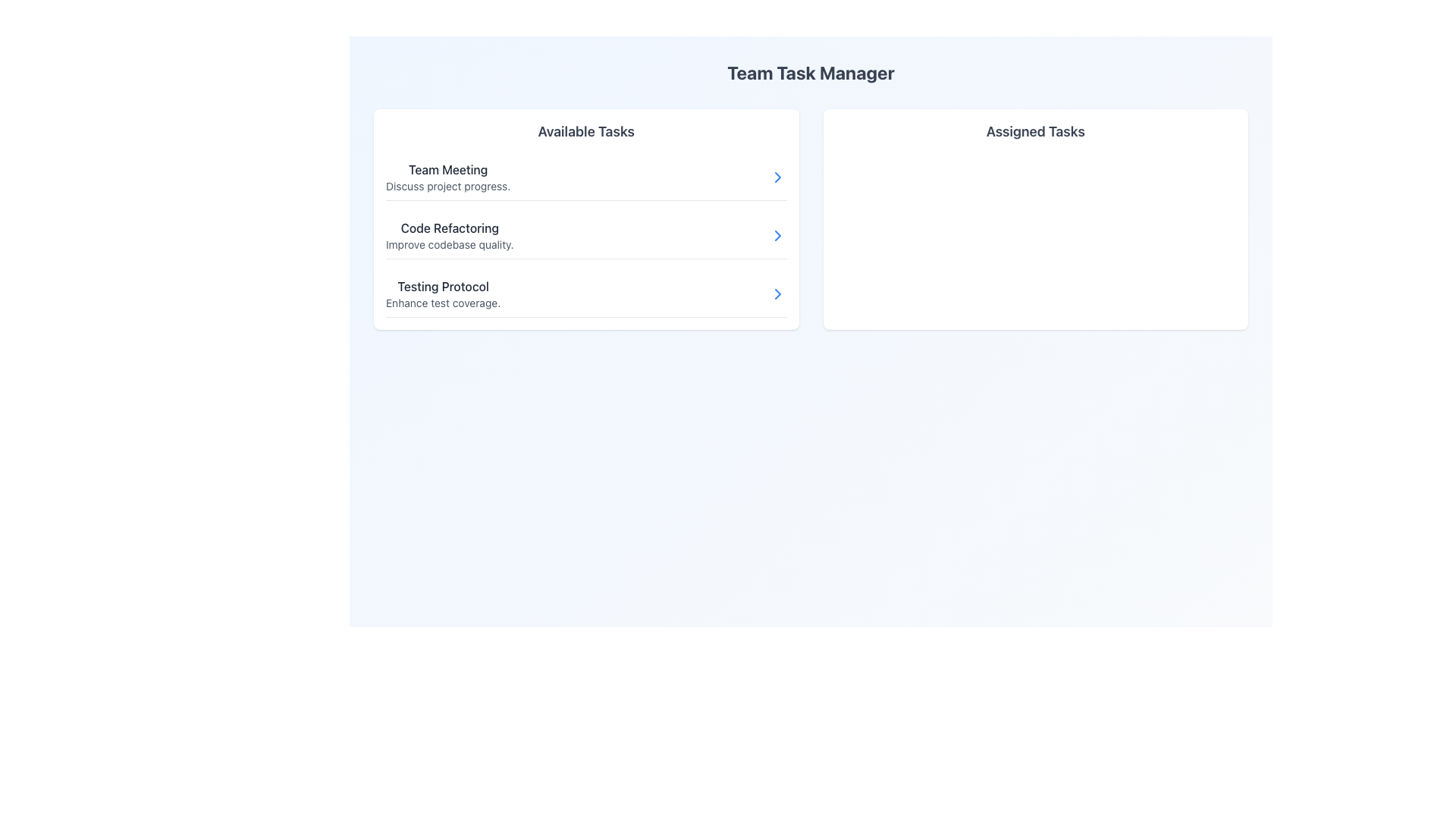  What do you see at coordinates (810, 73) in the screenshot?
I see `the 'Team Task Manager' header text which is displayed in bold and large font at the top of the main content area` at bounding box center [810, 73].